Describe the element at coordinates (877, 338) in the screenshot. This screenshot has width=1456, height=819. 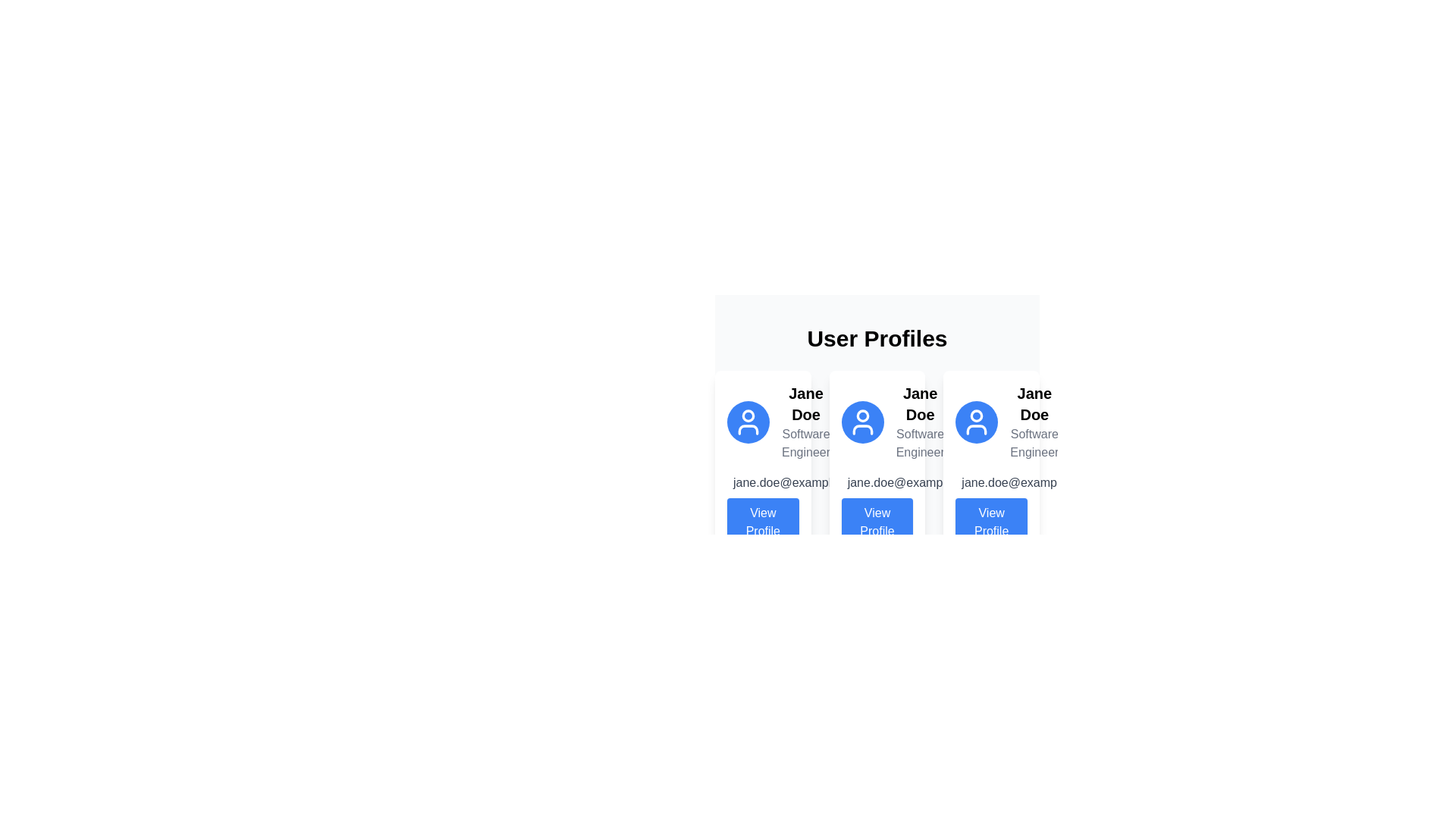
I see `the 'User Profiles' heading text element, which is bold and large, located at the top of the user profile section` at that location.